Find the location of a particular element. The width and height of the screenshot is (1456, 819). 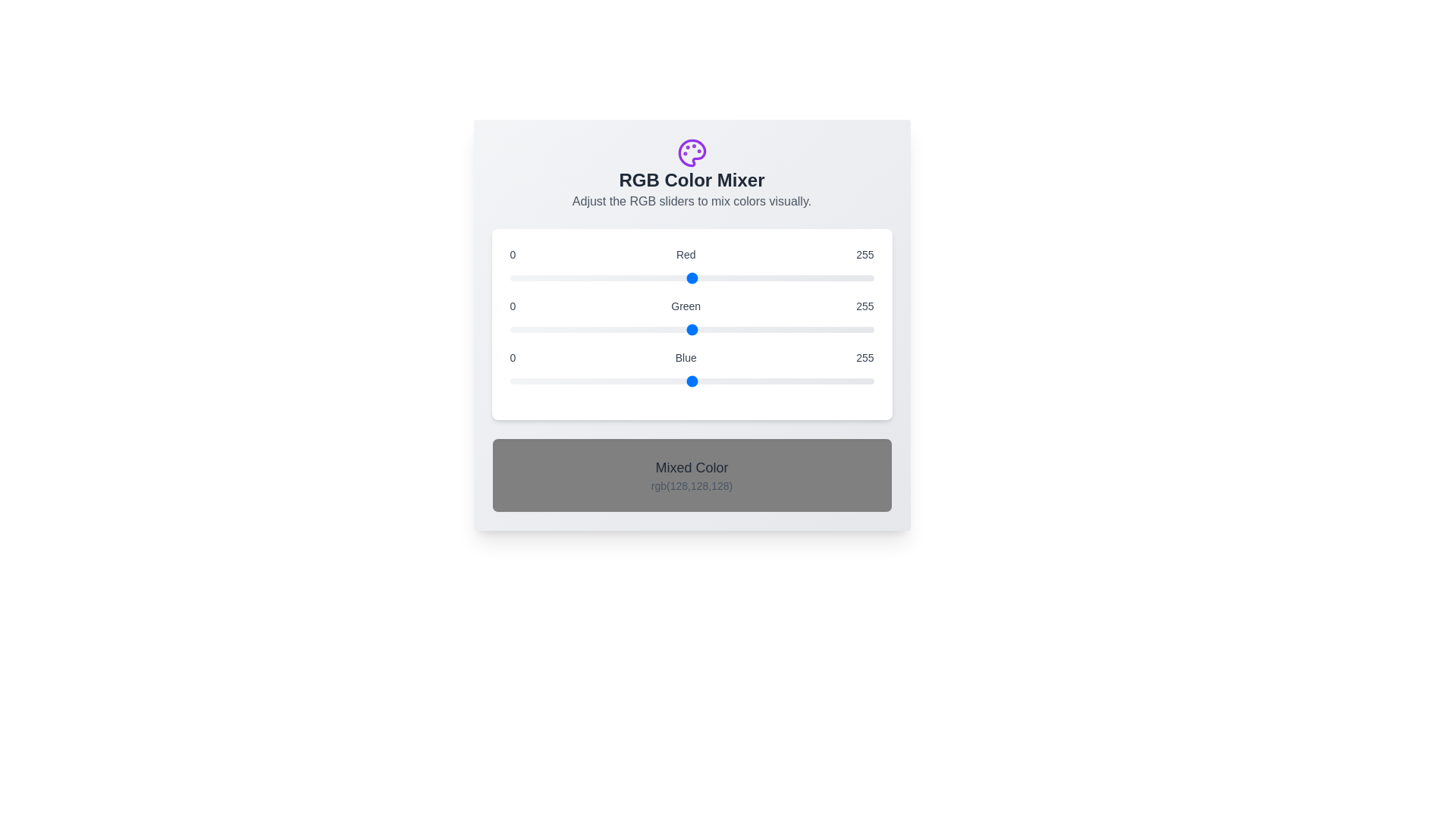

the 0 slider to the value 254 to observe the resulting mixed color is located at coordinates (691, 278).